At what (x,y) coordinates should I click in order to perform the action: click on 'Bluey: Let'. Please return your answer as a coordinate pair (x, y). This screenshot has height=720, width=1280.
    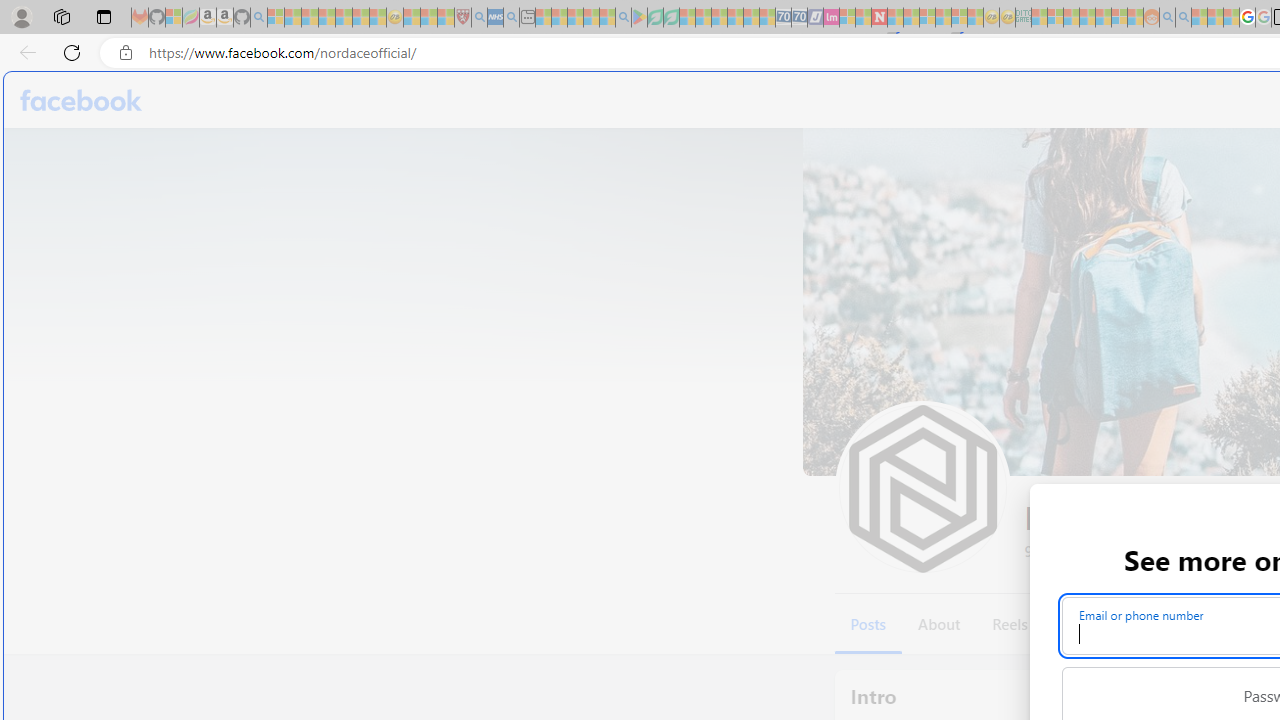
    Looking at the image, I should click on (638, 17).